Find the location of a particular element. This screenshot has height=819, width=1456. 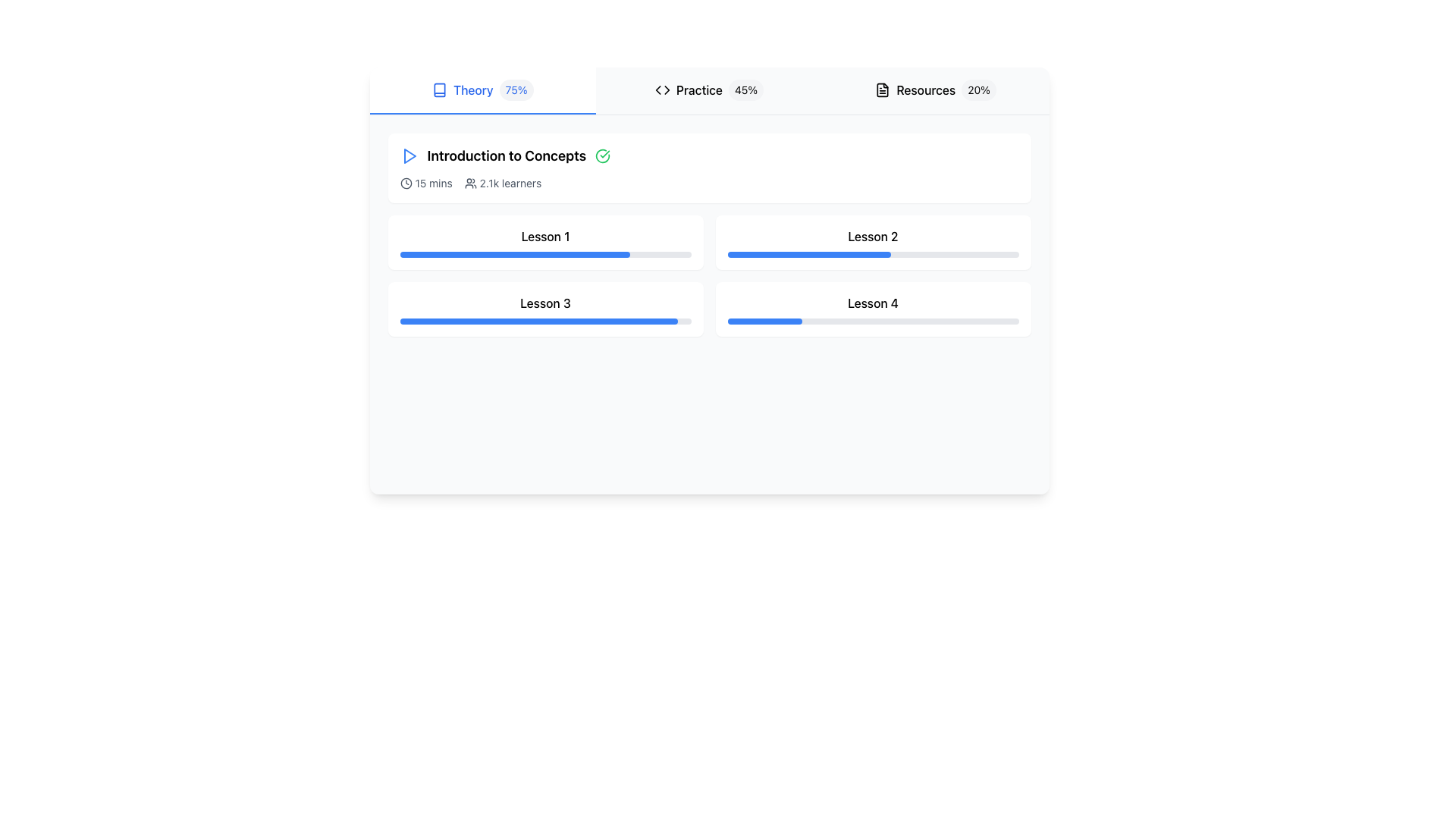

the clock icon in the header area of the 'Introduction to Concepts' section, which visually represents the duration of '15 mins' is located at coordinates (406, 183).